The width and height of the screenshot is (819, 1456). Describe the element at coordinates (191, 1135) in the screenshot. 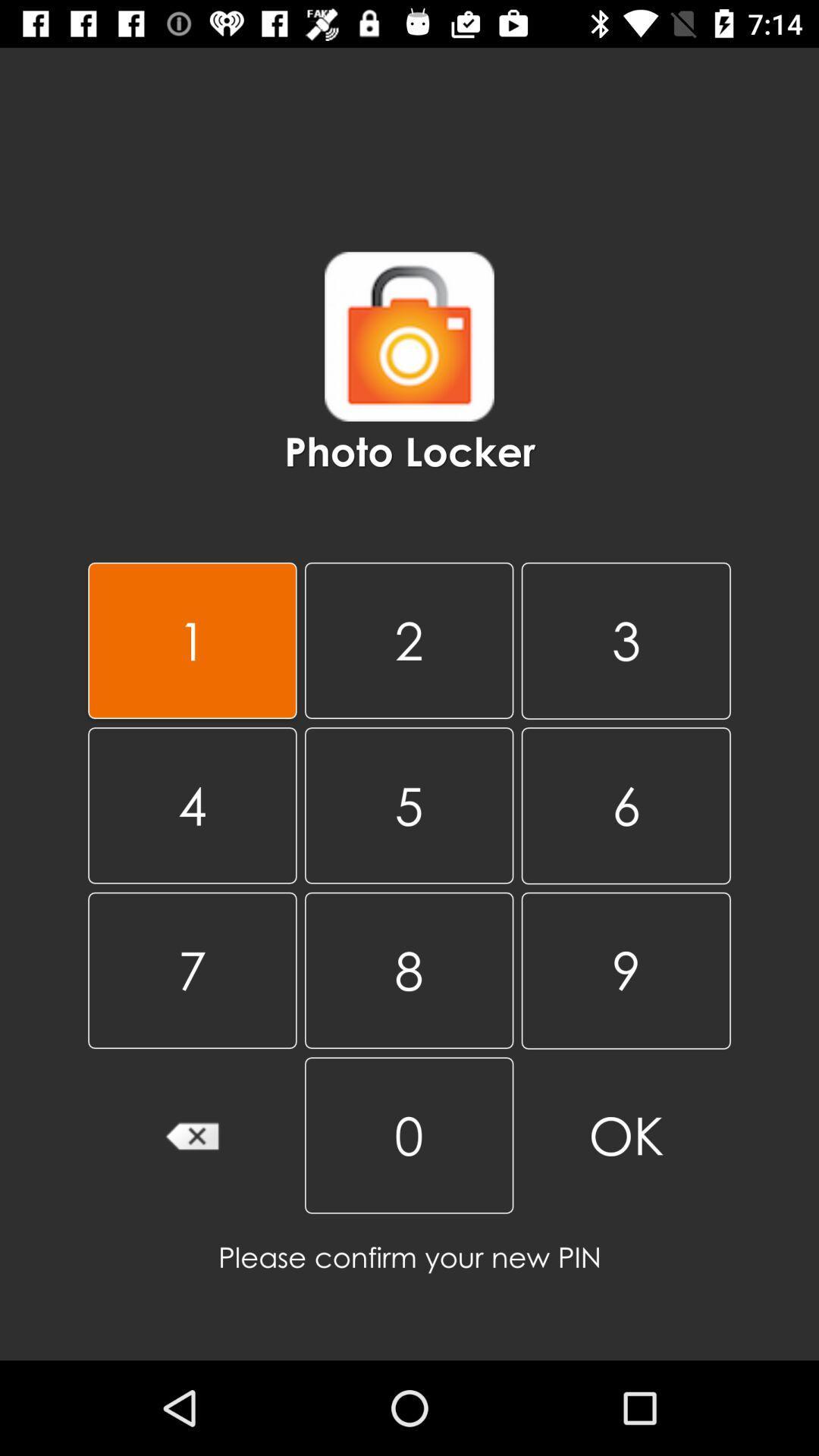

I see `the item next to the 8 item` at that location.